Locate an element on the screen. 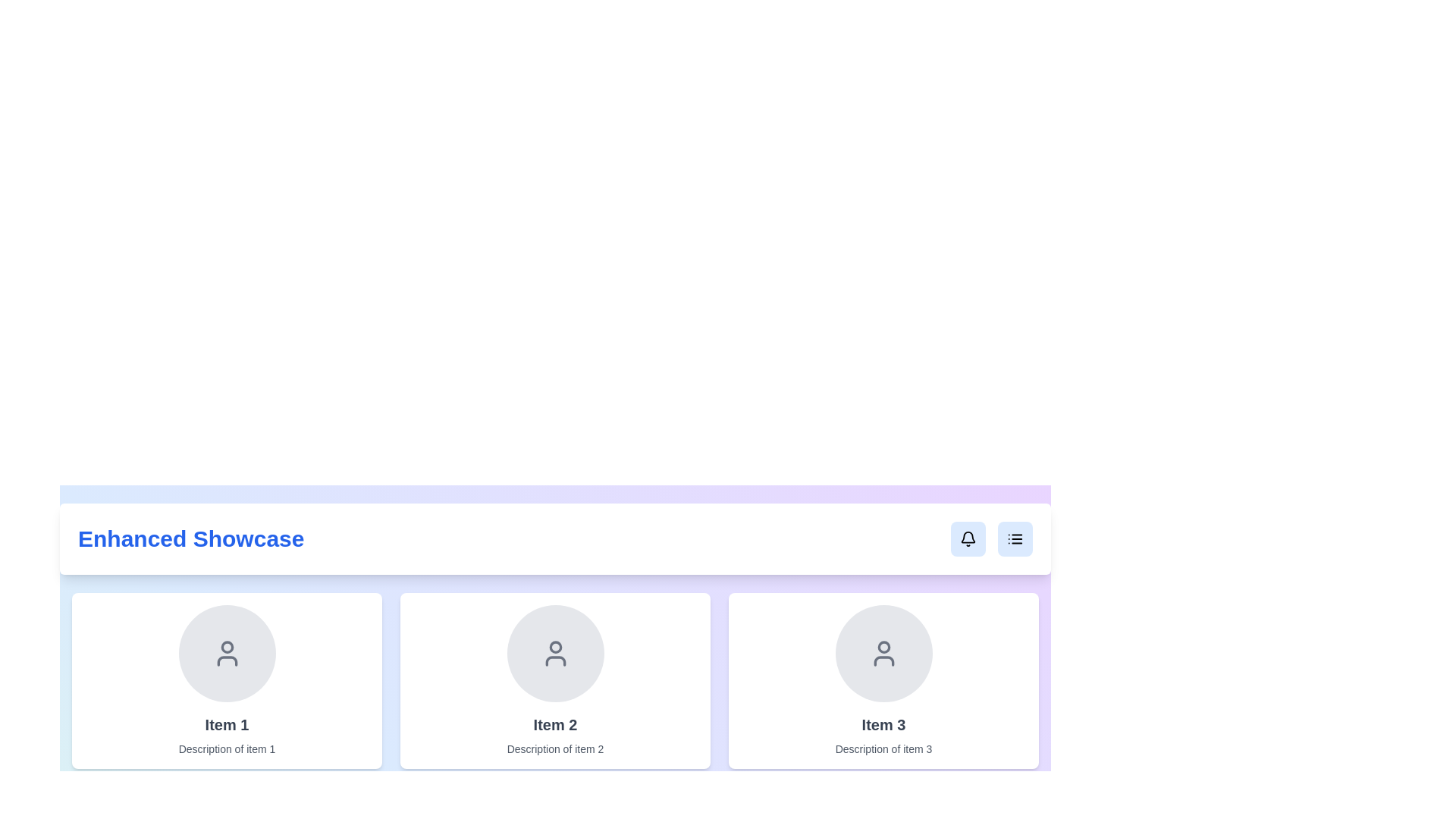 This screenshot has width=1456, height=819. the text label displaying 'Description of item 3', which is styled in smaller gray font and located below the title 'Item 3' in the third column of a three-column layout is located at coordinates (883, 748).